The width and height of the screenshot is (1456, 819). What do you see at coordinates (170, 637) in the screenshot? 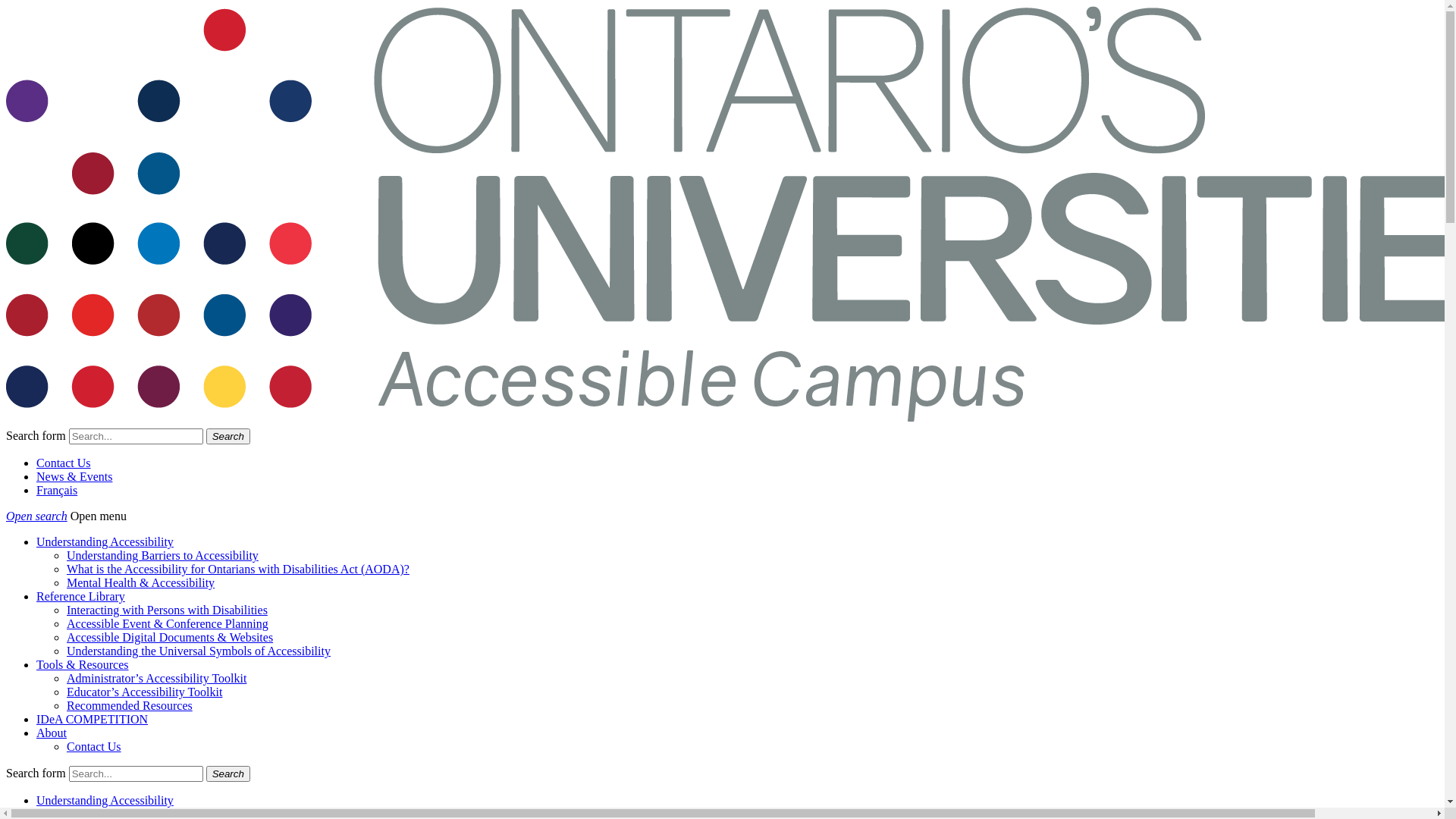
I see `'Accessible Digital Documents & Websites'` at bounding box center [170, 637].